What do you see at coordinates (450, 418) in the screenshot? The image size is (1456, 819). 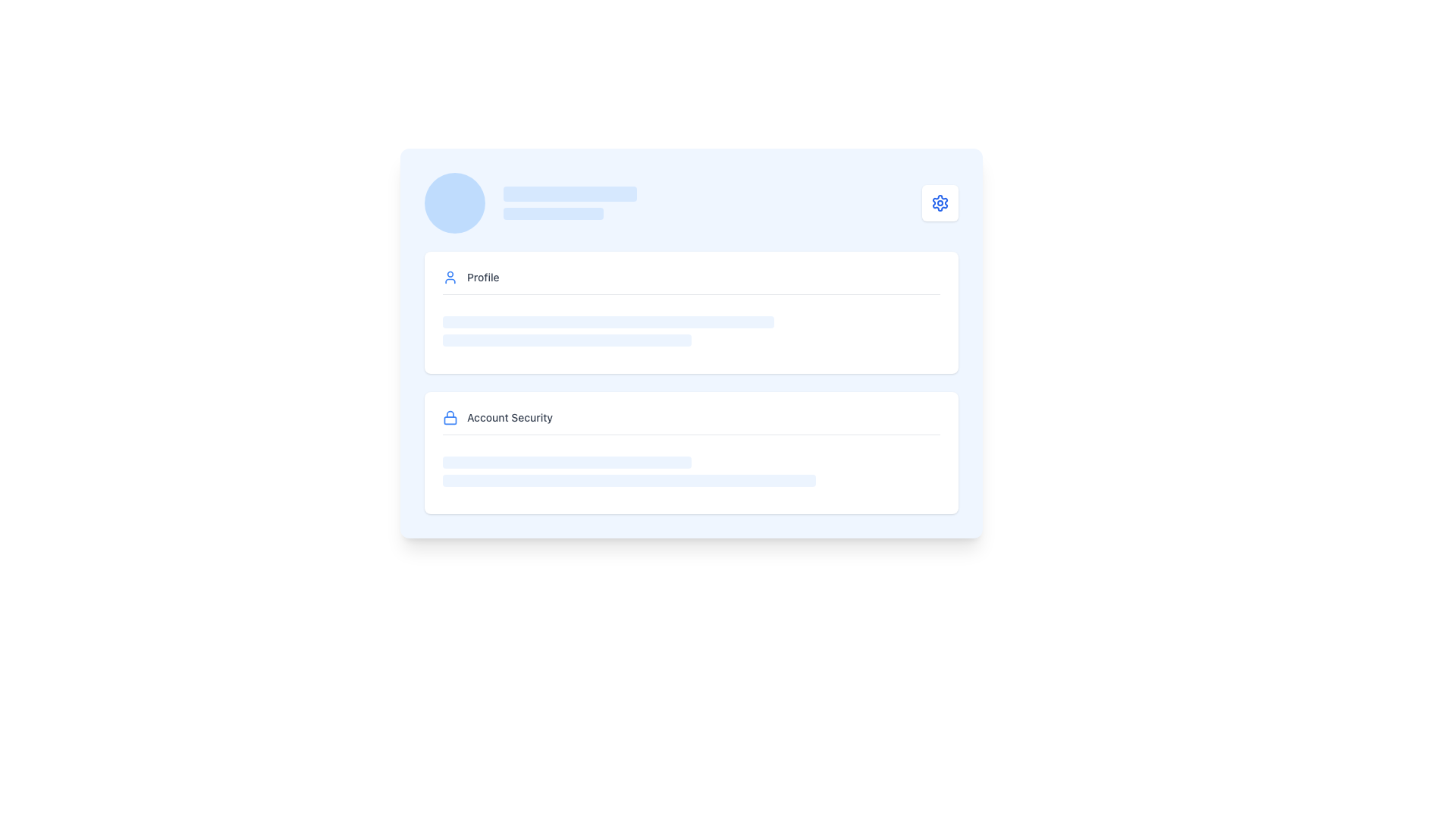 I see `the blue outlined lock icon with a rounded design, located immediately to the left of the text 'Account Security'` at bounding box center [450, 418].